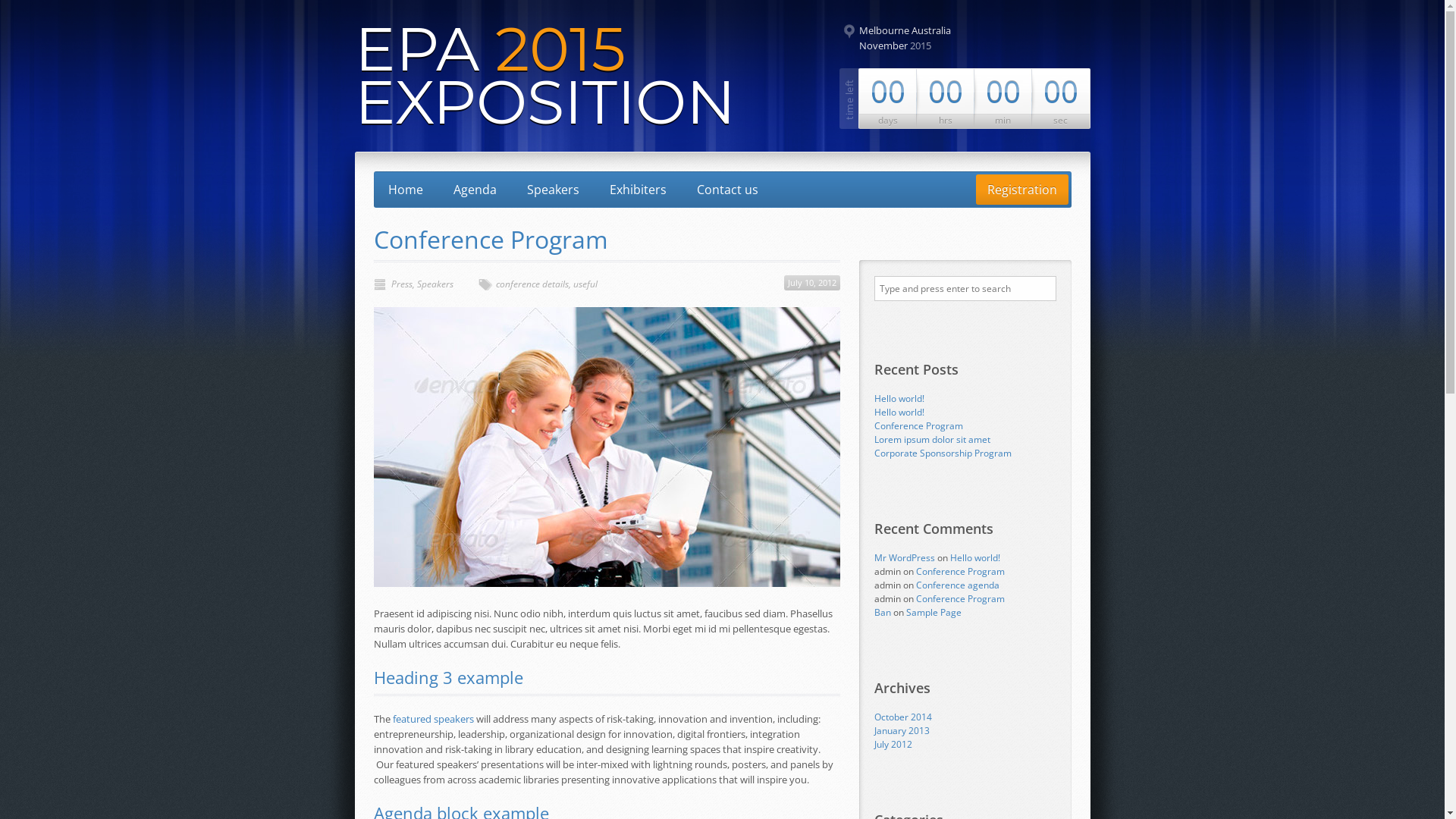  What do you see at coordinates (637, 189) in the screenshot?
I see `'Exhibiters'` at bounding box center [637, 189].